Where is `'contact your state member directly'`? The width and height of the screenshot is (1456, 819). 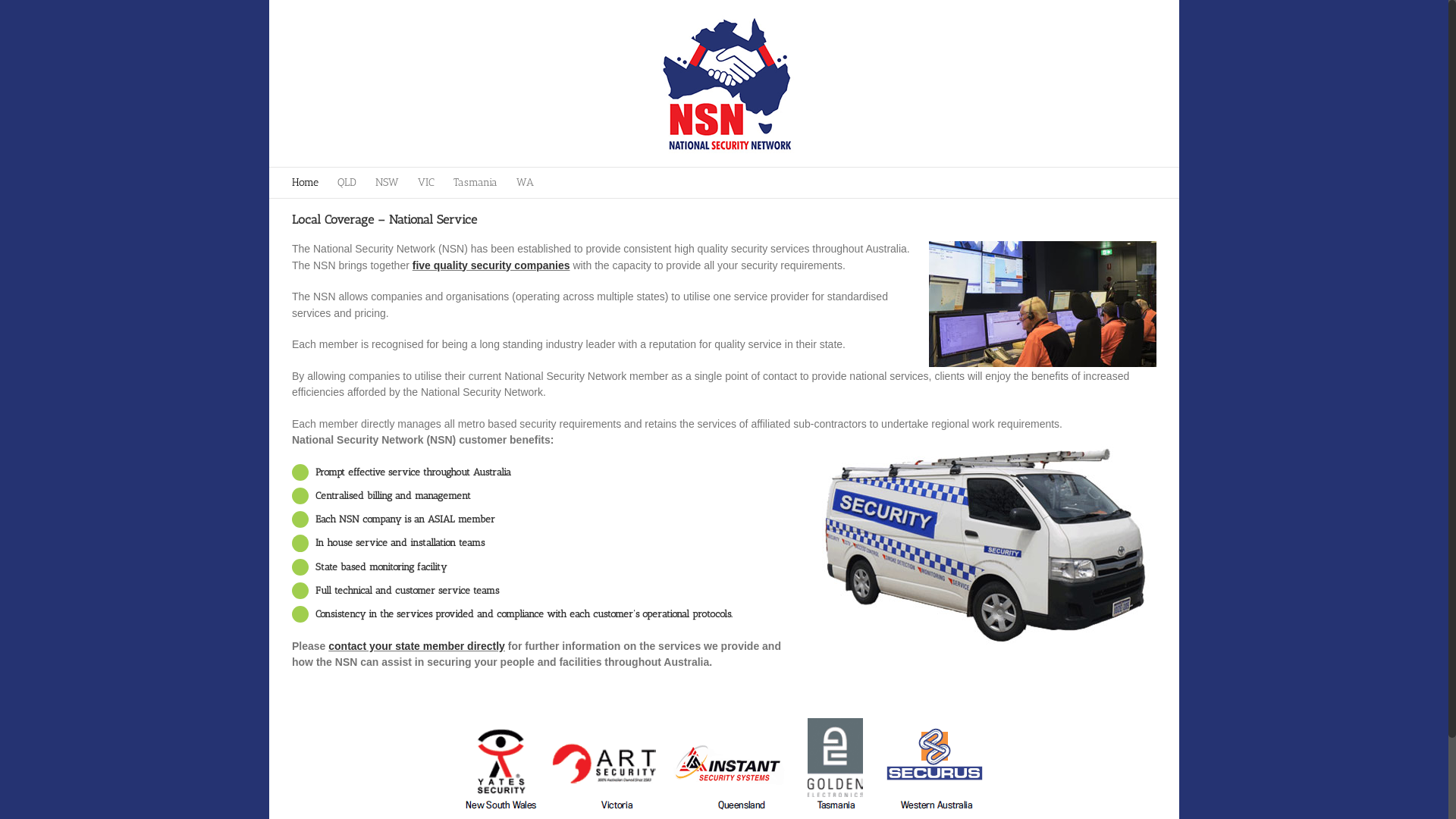
'contact your state member directly' is located at coordinates (327, 646).